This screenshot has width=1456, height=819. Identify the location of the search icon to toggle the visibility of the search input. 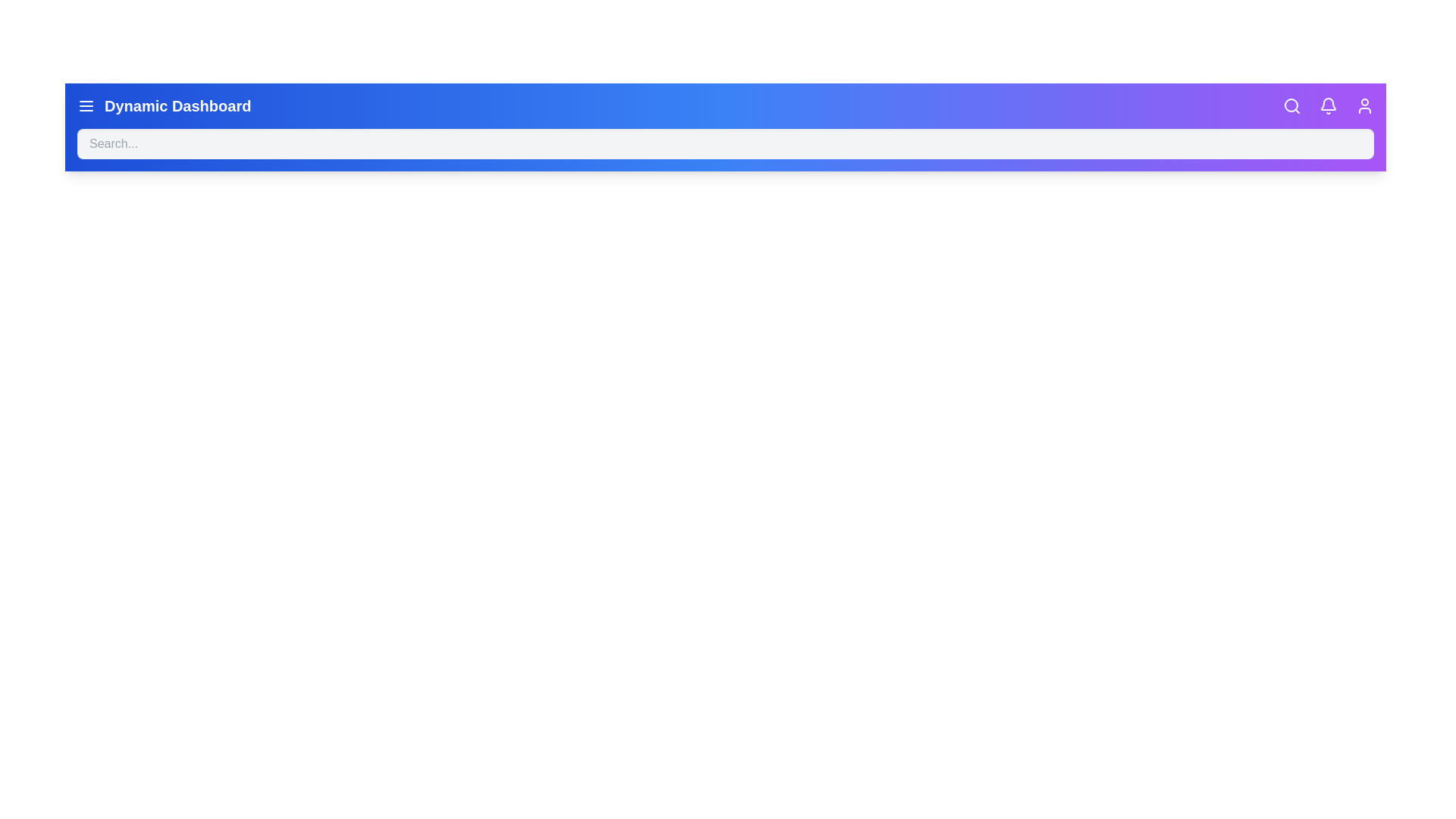
(1291, 105).